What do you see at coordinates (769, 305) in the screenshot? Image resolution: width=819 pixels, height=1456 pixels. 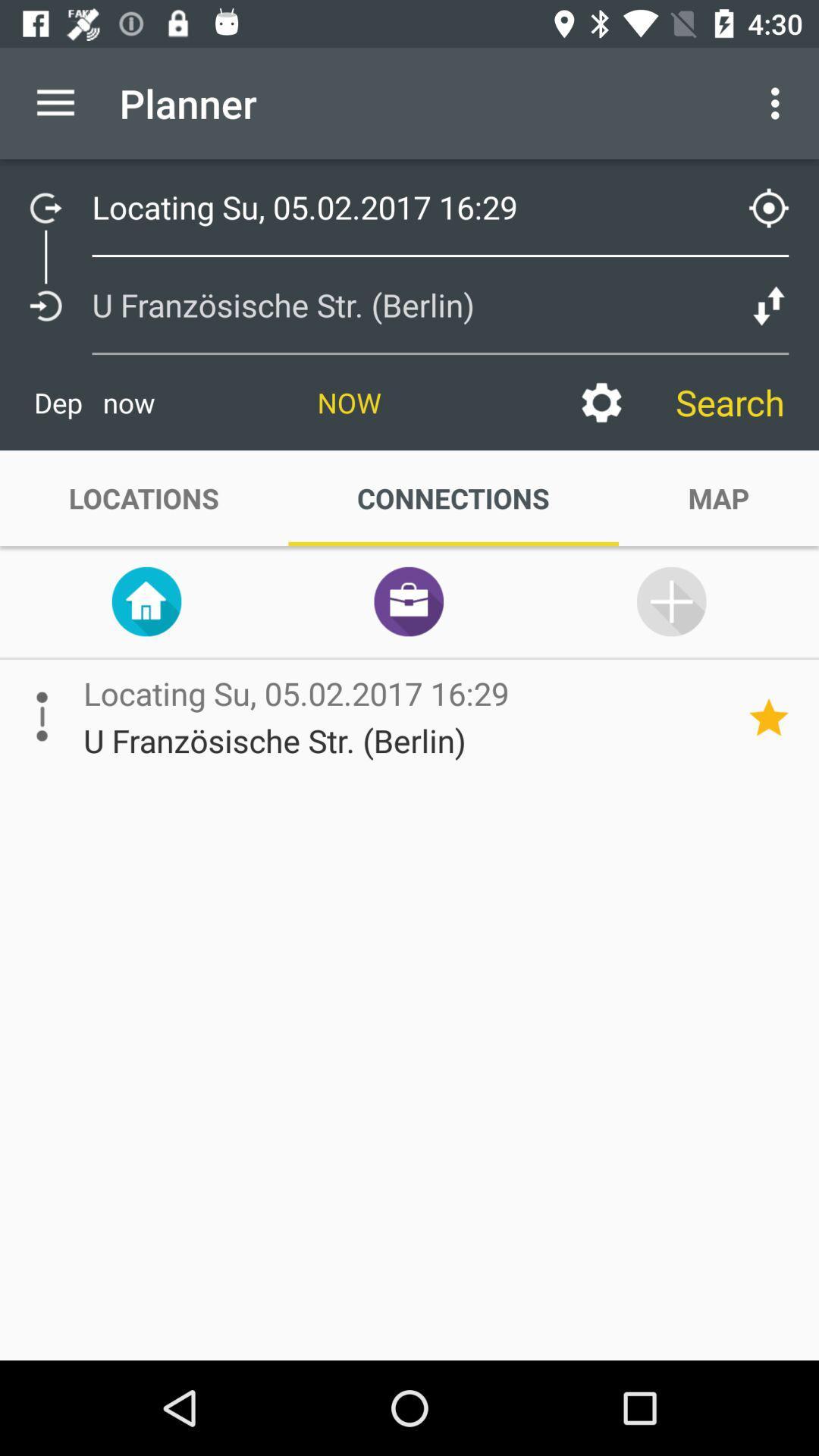 I see `the compare icon` at bounding box center [769, 305].